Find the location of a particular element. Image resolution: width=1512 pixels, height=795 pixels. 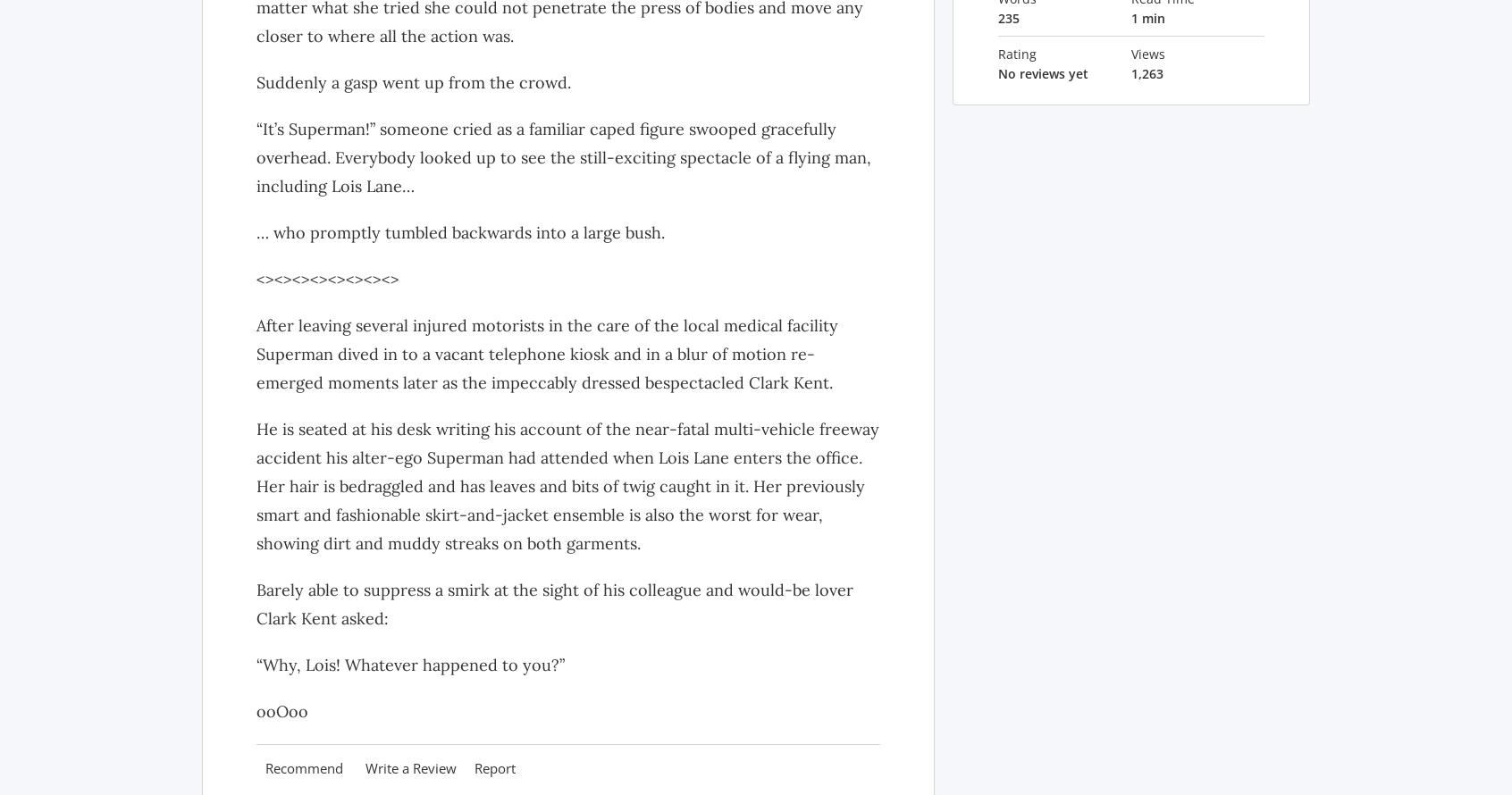

'“It’s Superman!” someone cried as a familiar caped figure swooped gracefully overhead. Everybody looked up to see the still-exciting spectacle of a flying man, including Lois Lane…' is located at coordinates (562, 156).